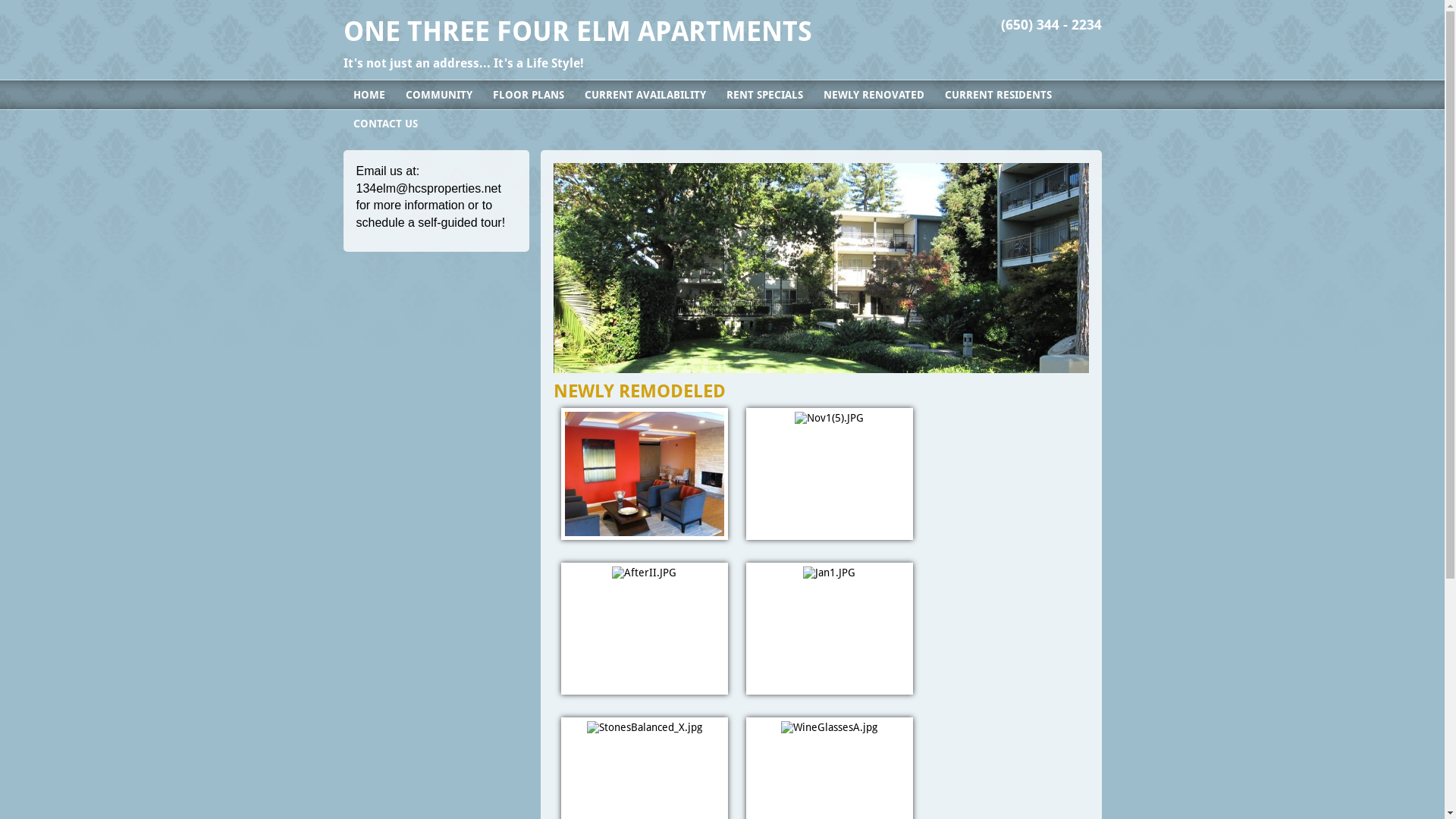 The width and height of the screenshot is (1456, 819). I want to click on 'ONE THREE FOUR ELM APARTMENTS', so click(576, 31).